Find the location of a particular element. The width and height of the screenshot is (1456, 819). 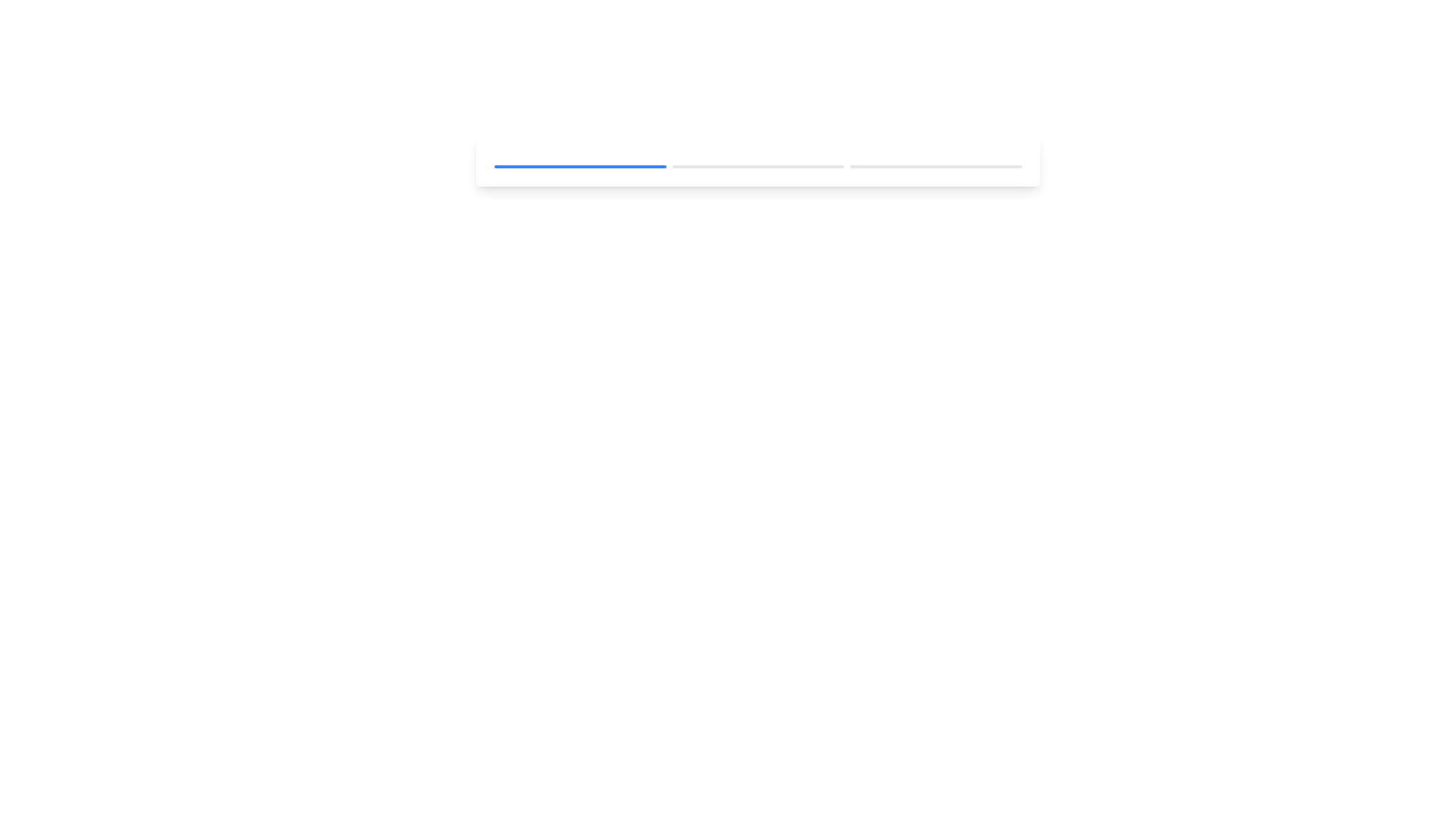

the second column of the grid layout located beneath the title 'Scene 1' is located at coordinates (758, 166).